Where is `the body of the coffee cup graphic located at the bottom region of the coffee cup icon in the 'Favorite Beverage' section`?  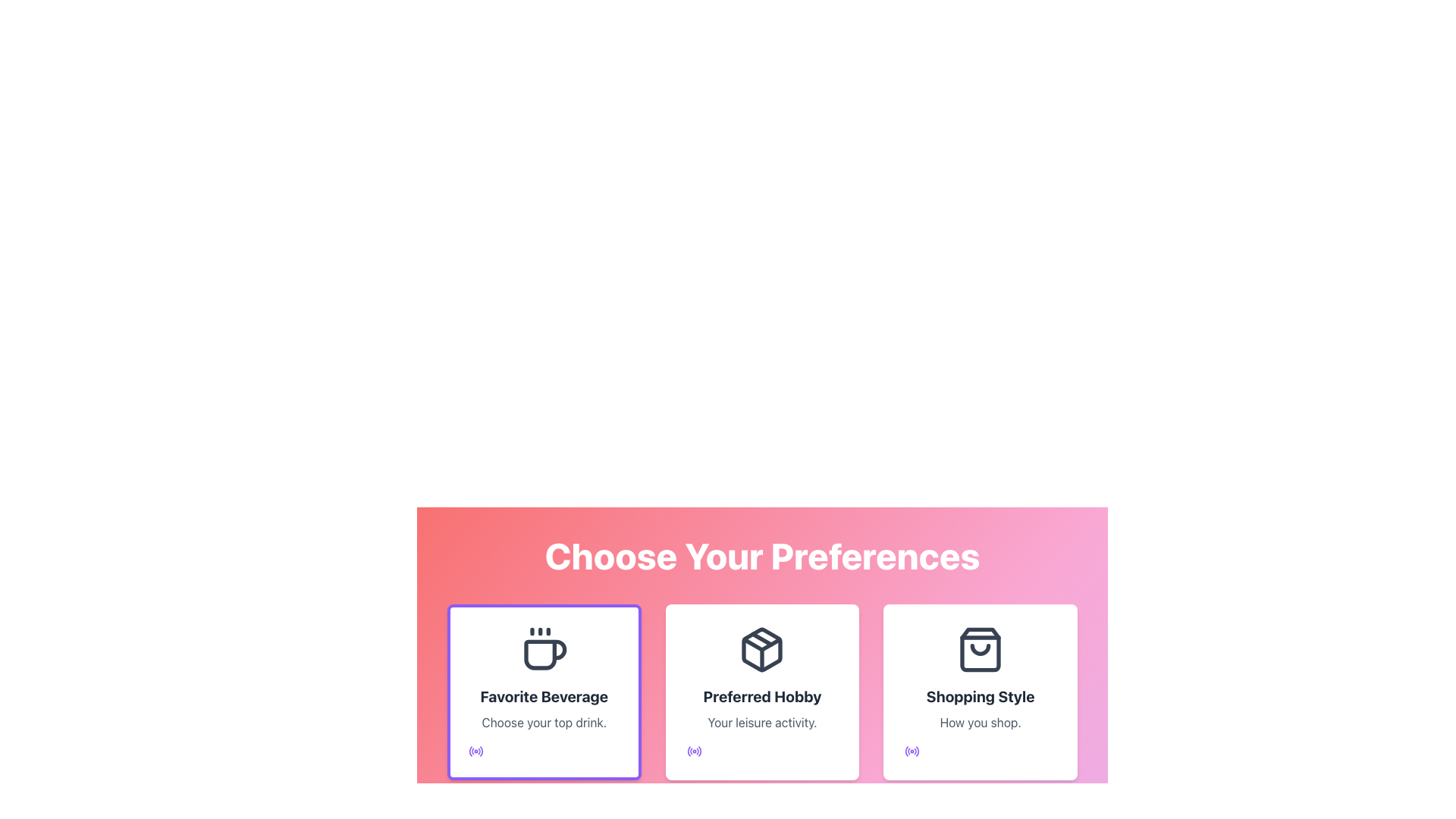 the body of the coffee cup graphic located at the bottom region of the coffee cup icon in the 'Favorite Beverage' section is located at coordinates (545, 654).